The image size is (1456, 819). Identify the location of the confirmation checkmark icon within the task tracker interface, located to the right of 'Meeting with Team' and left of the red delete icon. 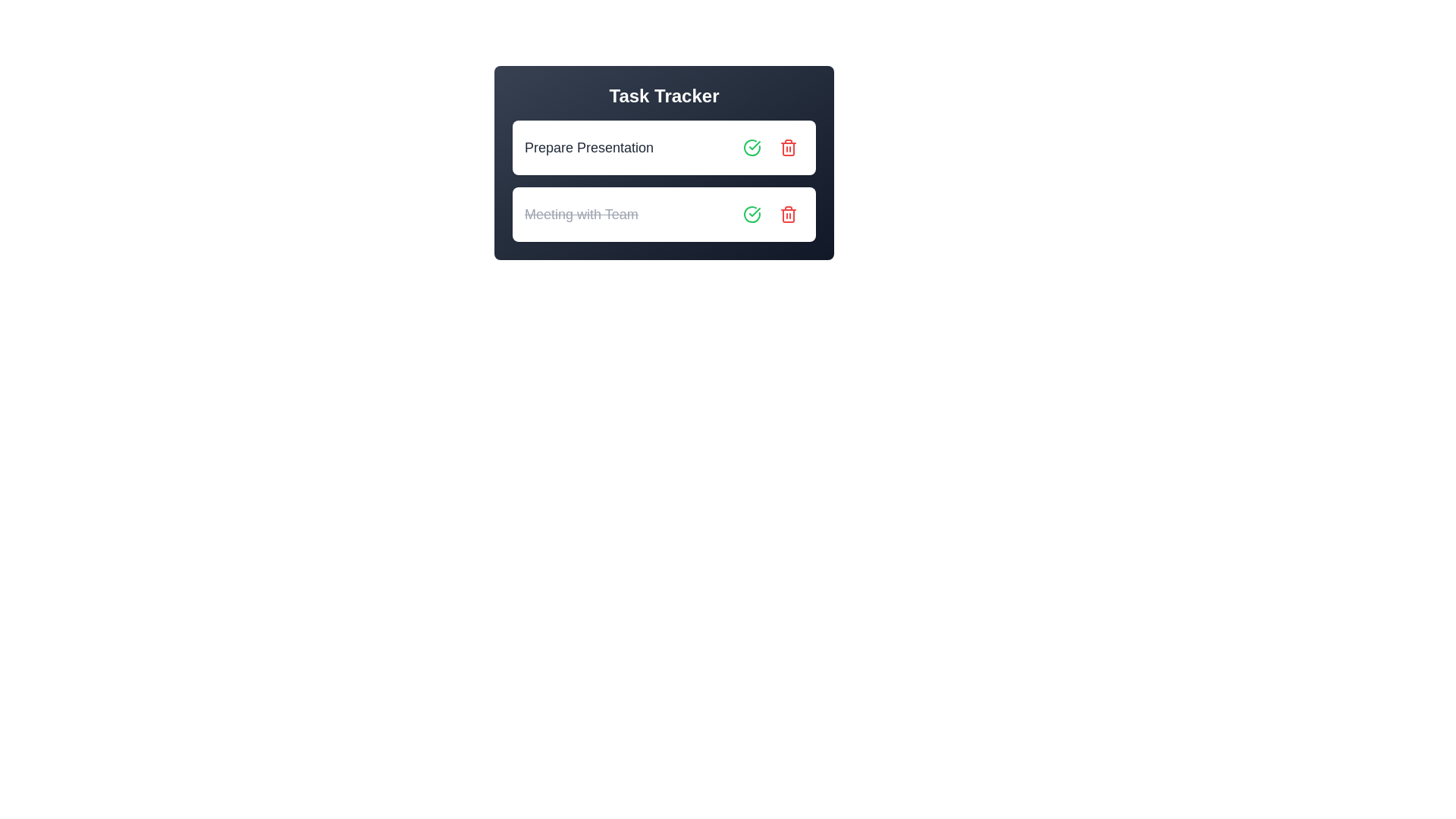
(752, 214).